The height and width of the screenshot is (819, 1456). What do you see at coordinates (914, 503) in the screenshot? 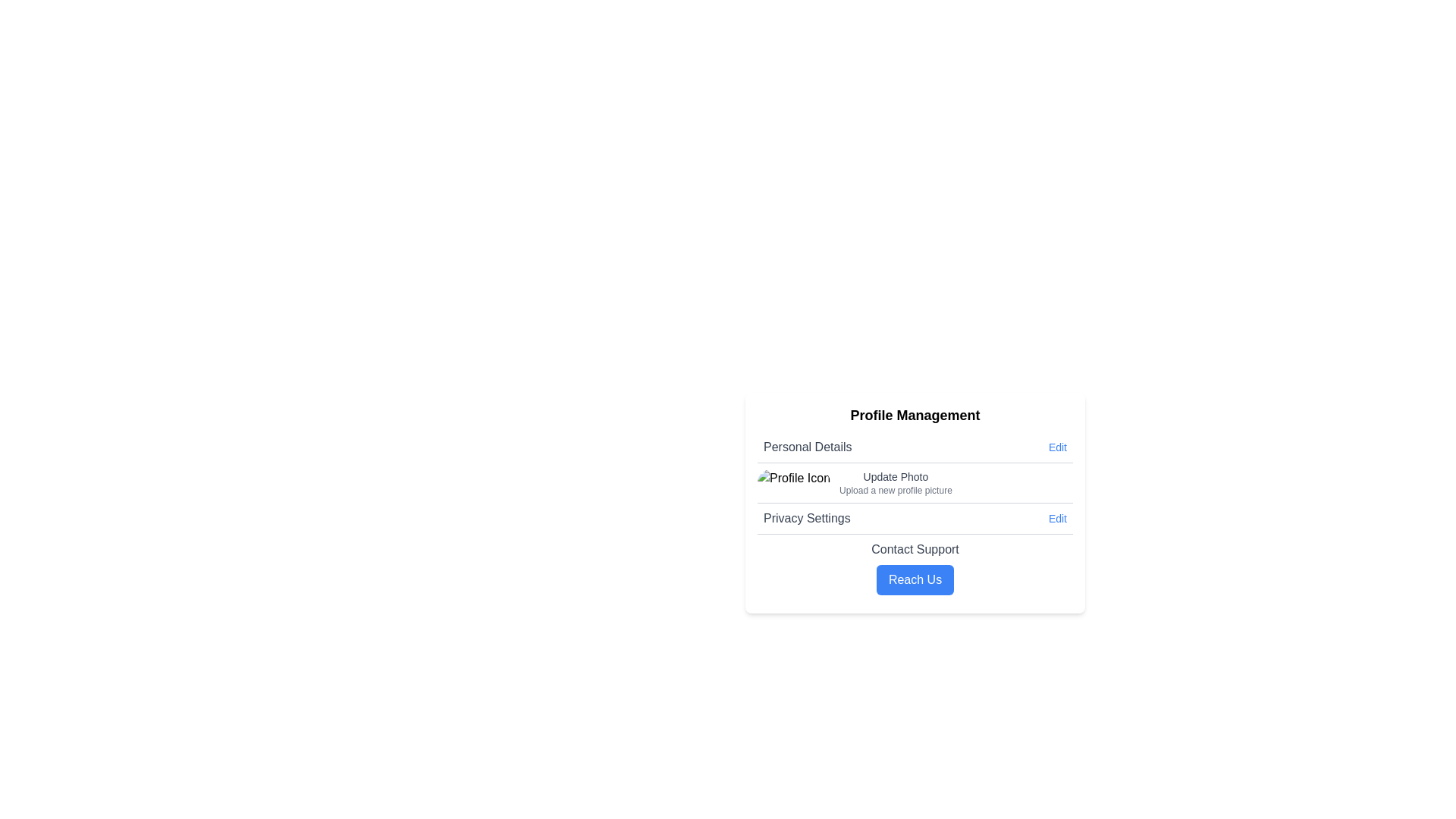
I see `the horizontal separator line located at the bottom of the 'Update Photo' section, which visually separates it from the 'Privacy Settings' section` at bounding box center [914, 503].